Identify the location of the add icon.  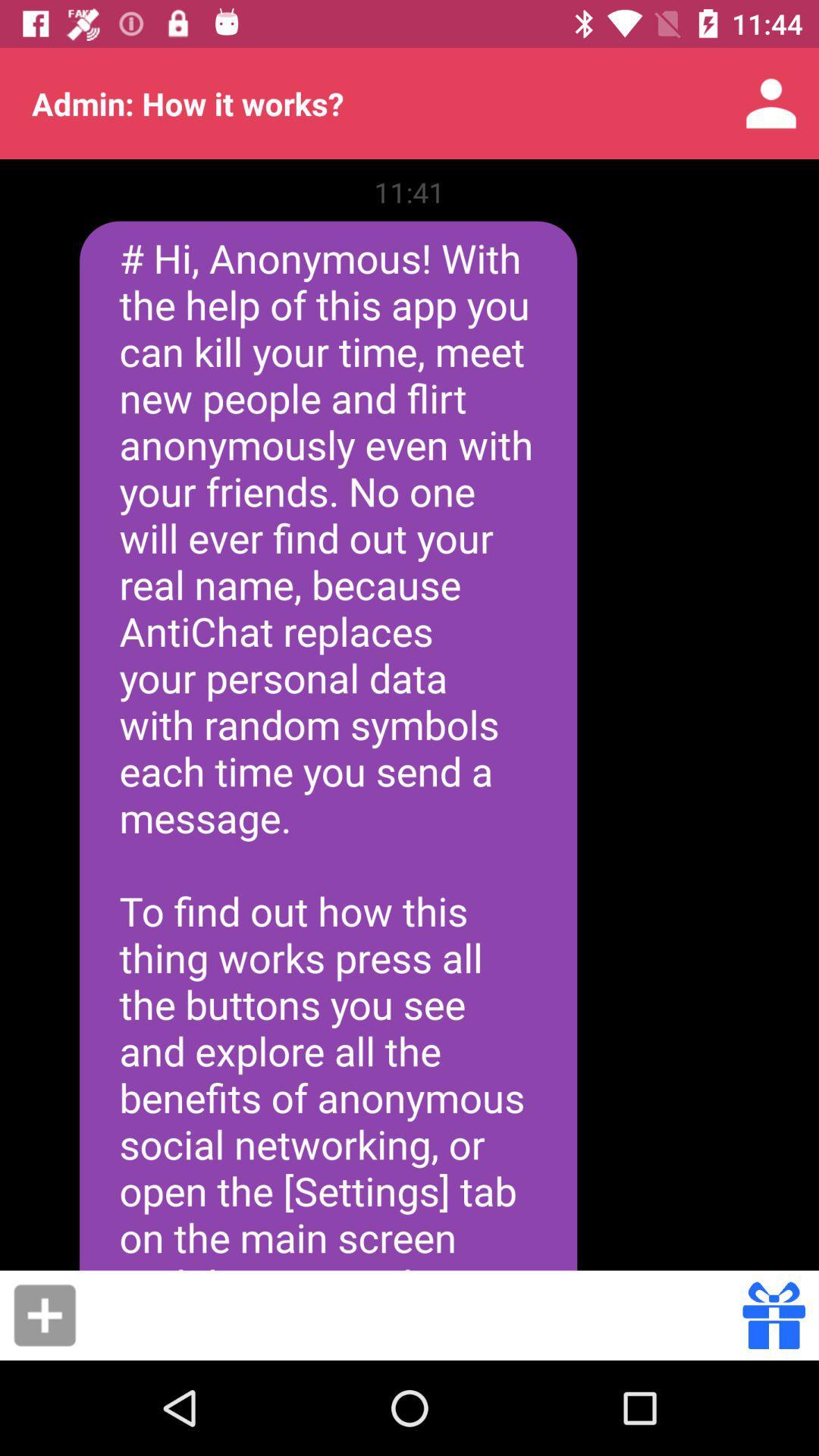
(44, 1314).